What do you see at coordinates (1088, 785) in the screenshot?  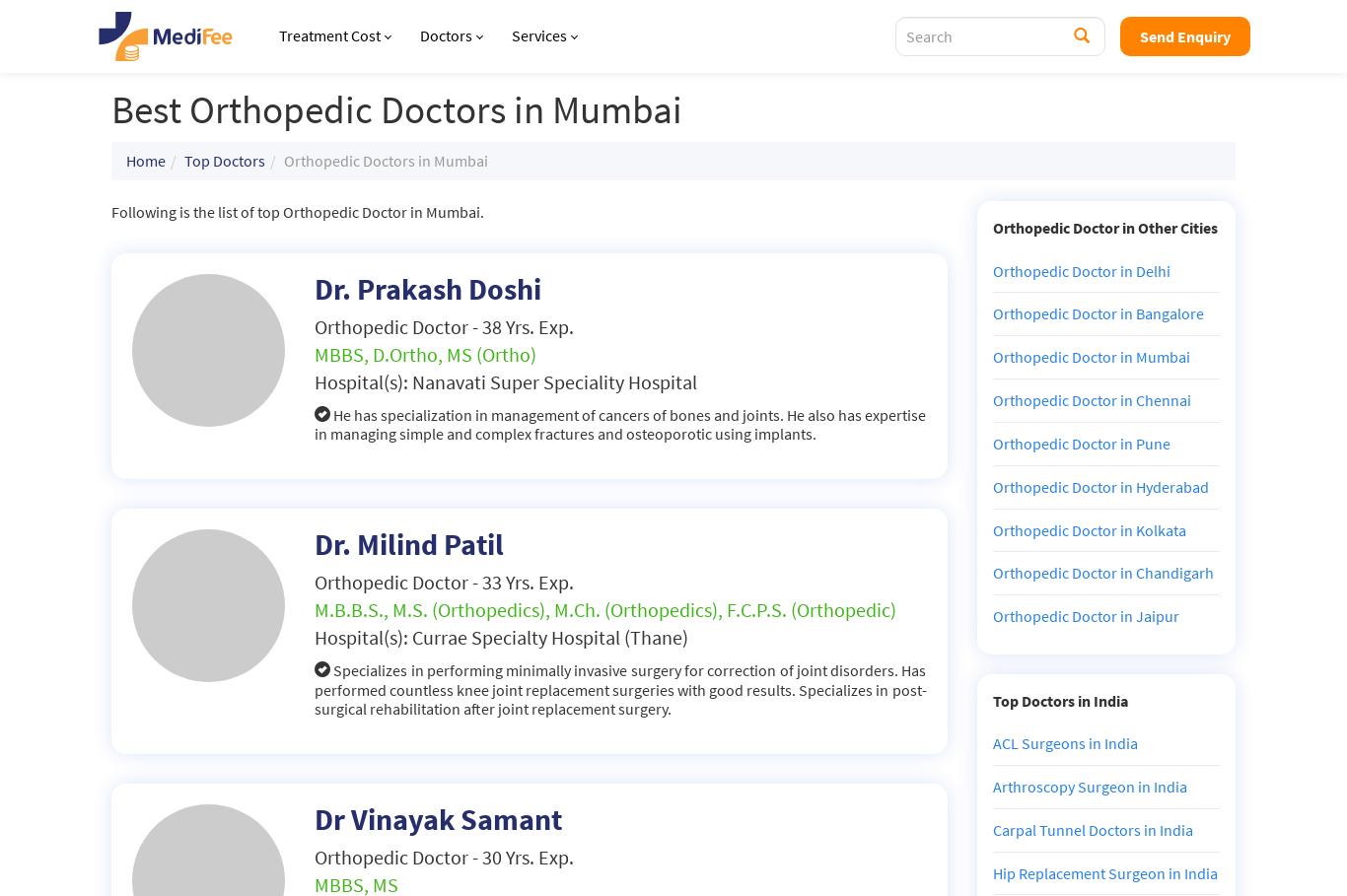 I see `'Arthroscopy Surgeon in India'` at bounding box center [1088, 785].